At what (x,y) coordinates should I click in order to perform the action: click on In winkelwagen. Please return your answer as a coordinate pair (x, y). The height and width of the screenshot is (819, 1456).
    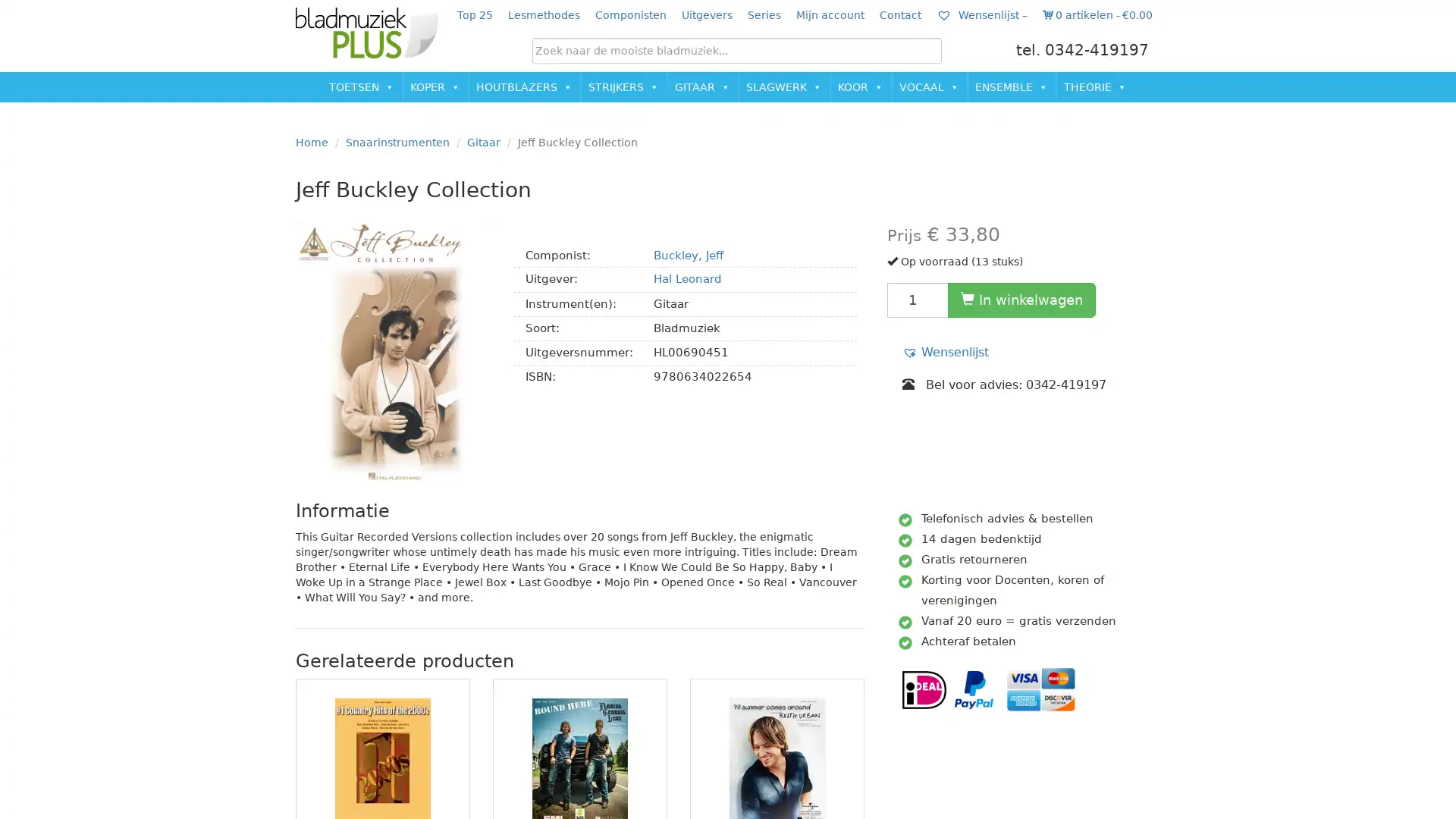
    Looking at the image, I should click on (1021, 299).